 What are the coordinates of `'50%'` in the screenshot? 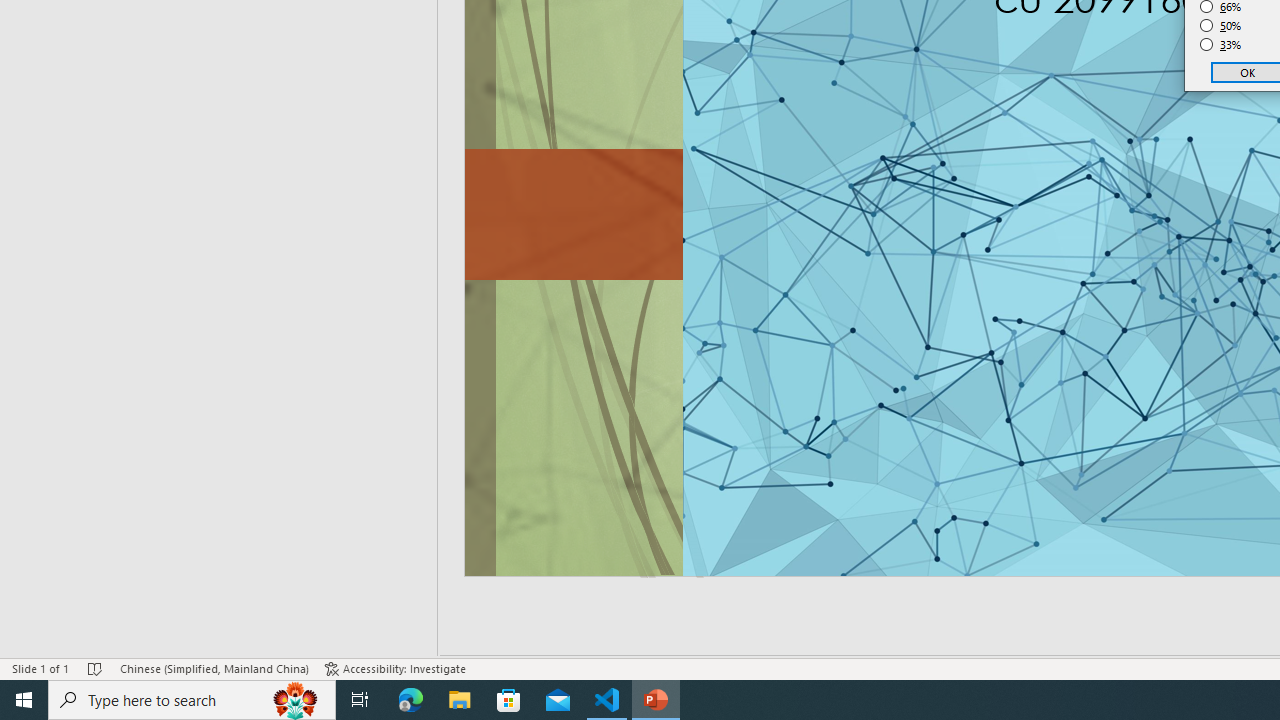 It's located at (1220, 25).